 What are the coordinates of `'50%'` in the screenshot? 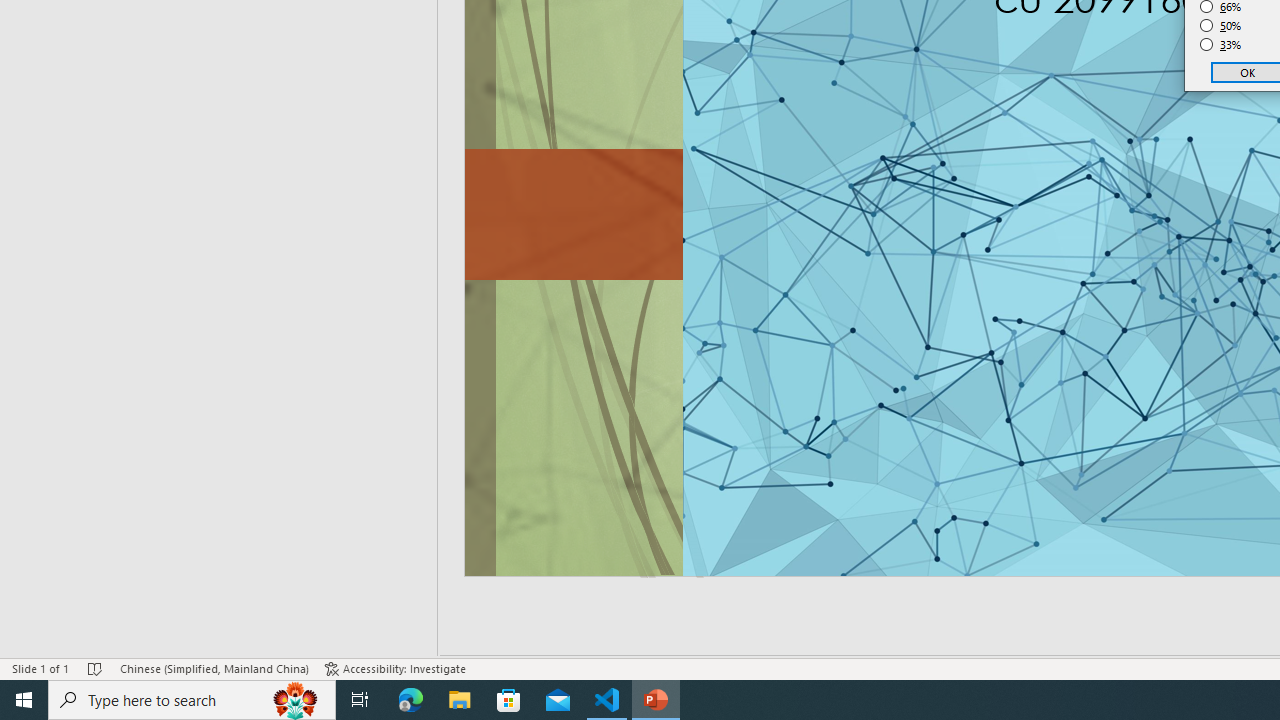 It's located at (1220, 25).